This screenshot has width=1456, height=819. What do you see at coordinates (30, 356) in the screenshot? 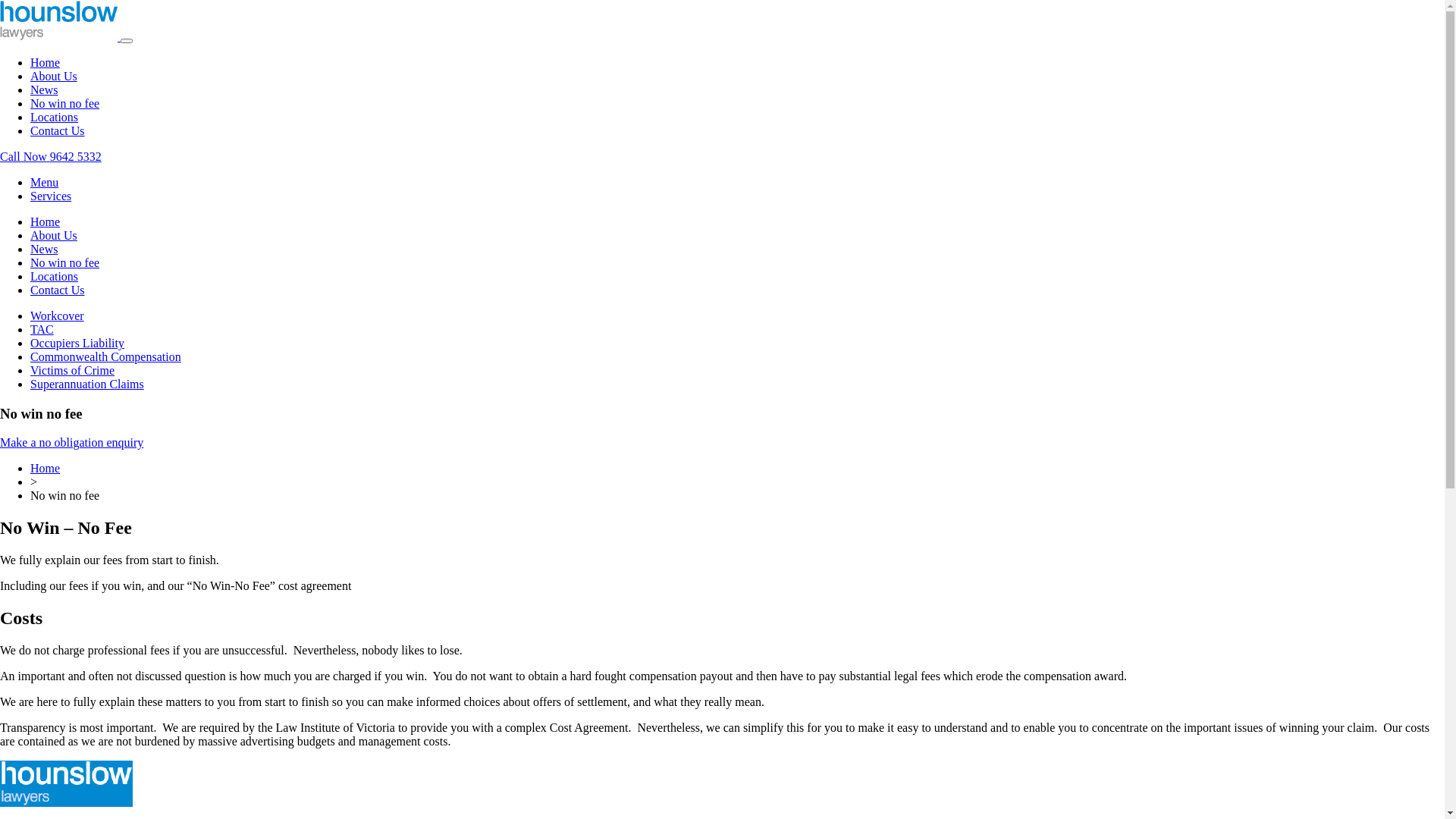
I see `'Commonwealth Compensation'` at bounding box center [30, 356].